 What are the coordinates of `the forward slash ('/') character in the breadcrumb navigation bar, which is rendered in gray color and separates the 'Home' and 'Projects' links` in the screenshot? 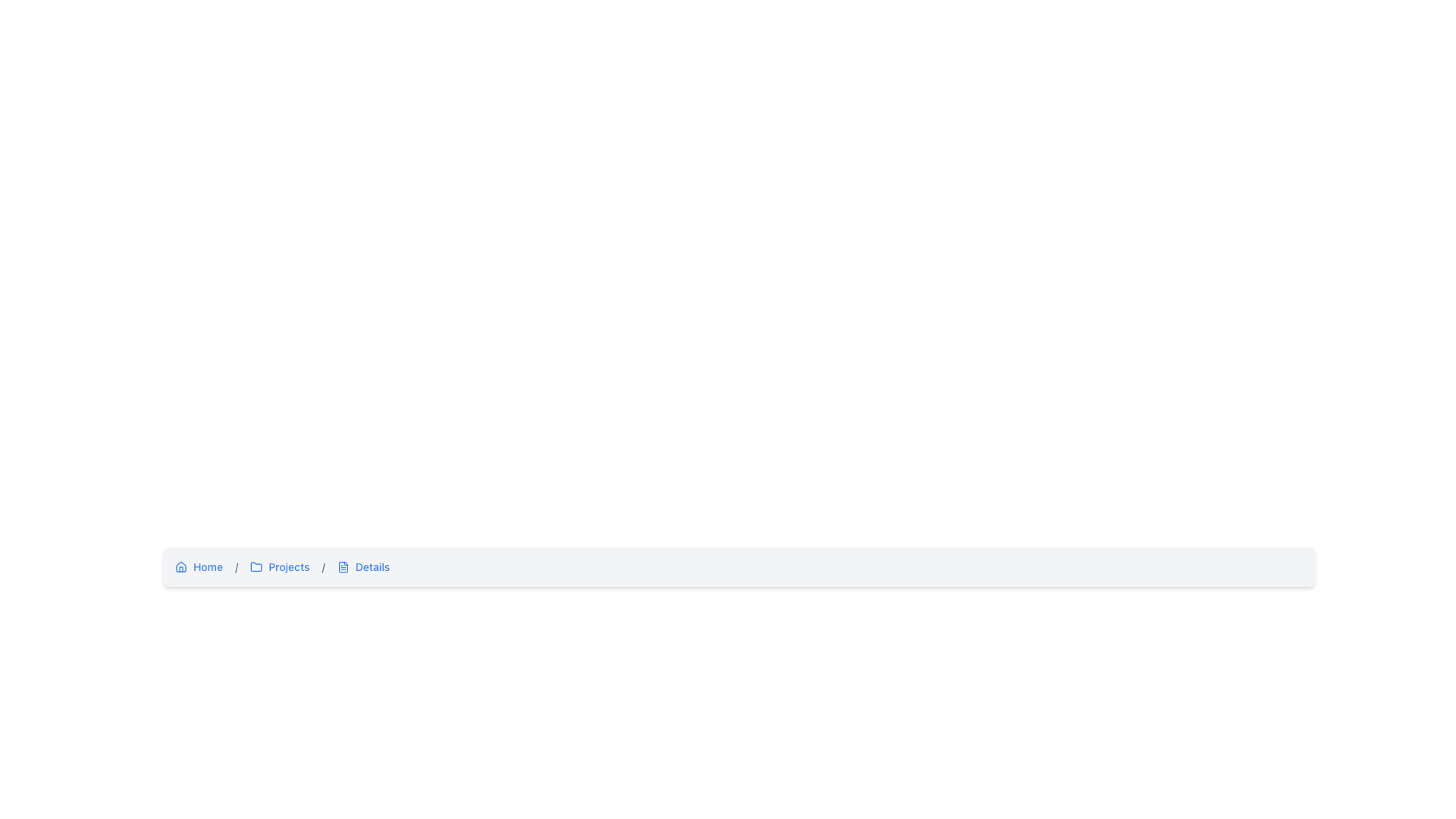 It's located at (322, 566).